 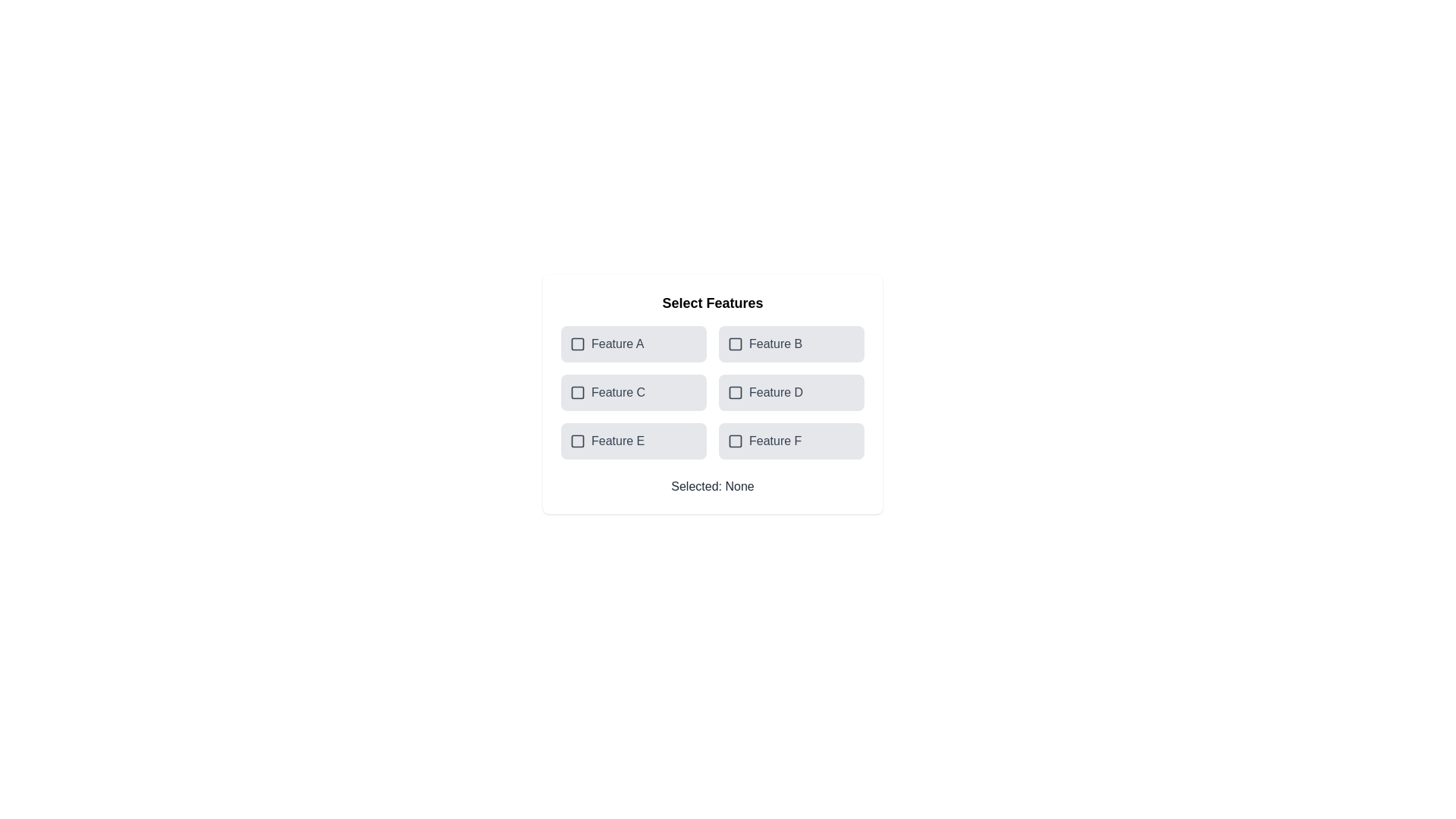 I want to click on the selectable checkbox that represents the feature labeled 'Feature B', located in the top-right portion of the feature selection interface under the title 'Select Features', so click(x=735, y=344).